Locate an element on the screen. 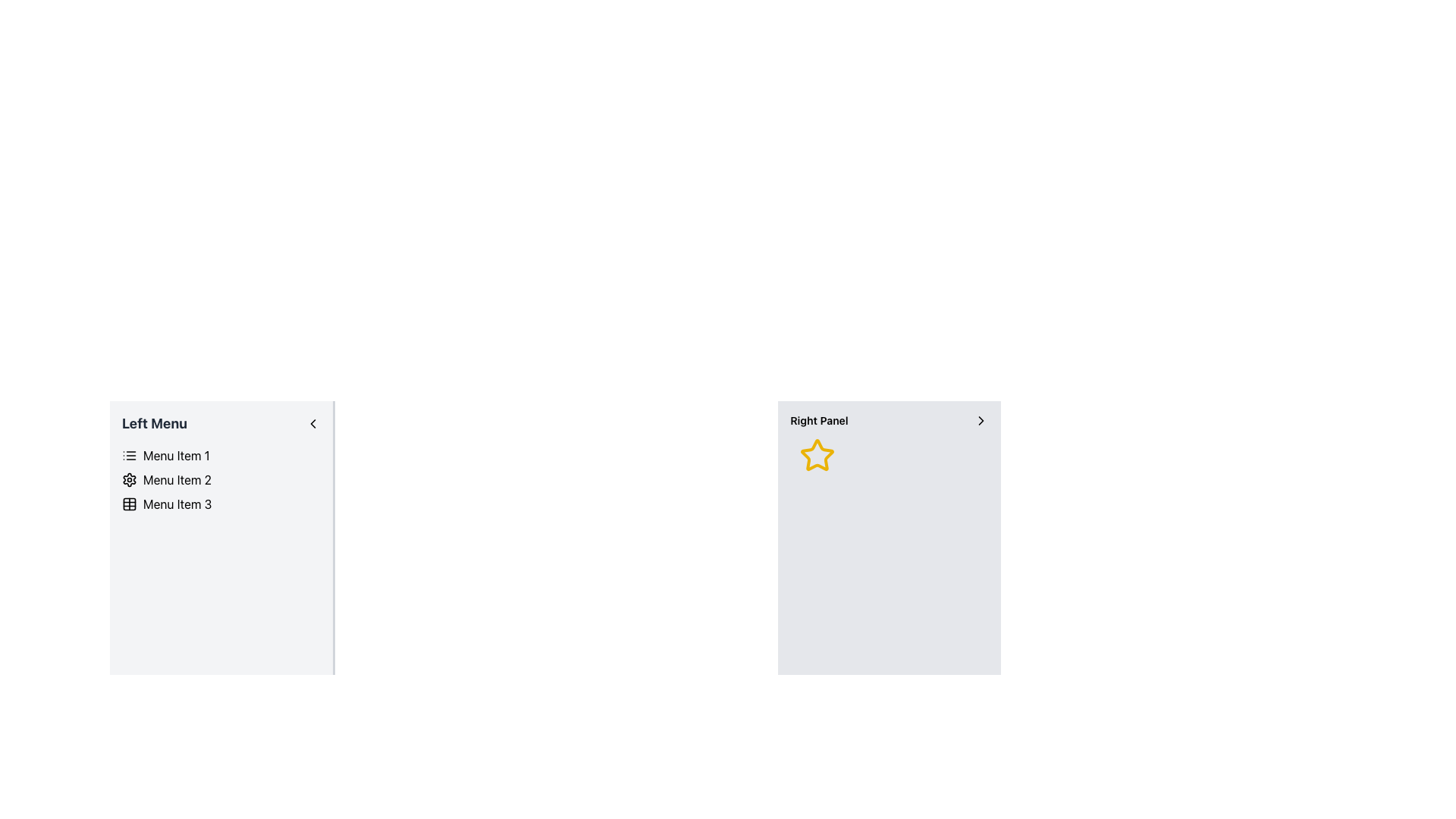 This screenshot has width=1456, height=819. the first menu item in the vertical list, labeled 'Menu Item 1', which is located below the 'Left Menu' heading is located at coordinates (220, 455).